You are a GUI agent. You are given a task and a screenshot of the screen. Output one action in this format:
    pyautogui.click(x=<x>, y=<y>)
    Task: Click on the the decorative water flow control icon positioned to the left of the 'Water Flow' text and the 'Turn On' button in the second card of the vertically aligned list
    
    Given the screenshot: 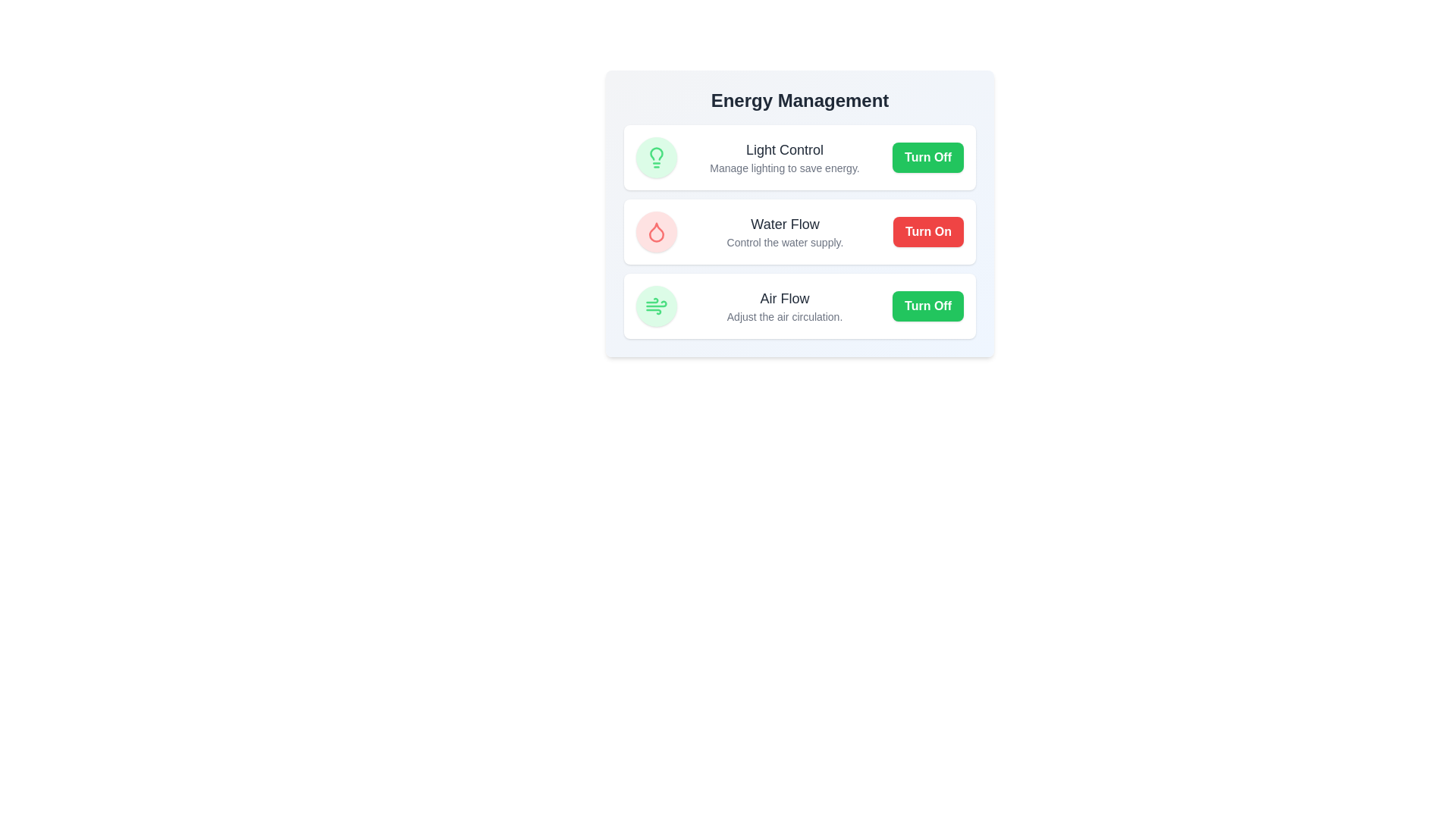 What is the action you would take?
    pyautogui.click(x=656, y=231)
    